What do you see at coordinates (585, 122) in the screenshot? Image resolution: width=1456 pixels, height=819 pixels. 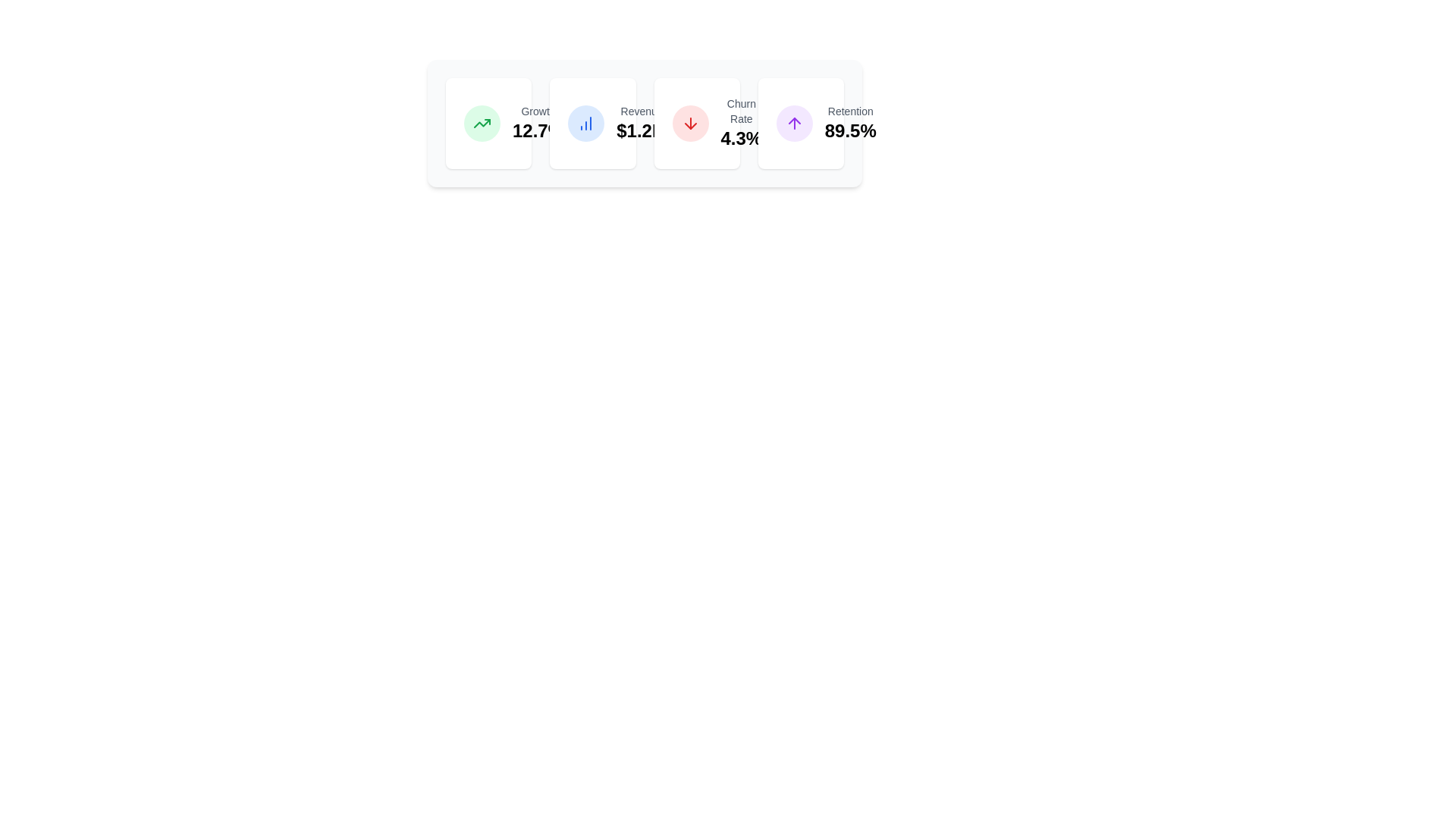 I see `the circular icon with a blue background containing a column chart icon, located to the left of the text '$1.2M' in the second card displaying 'Revenue'` at bounding box center [585, 122].